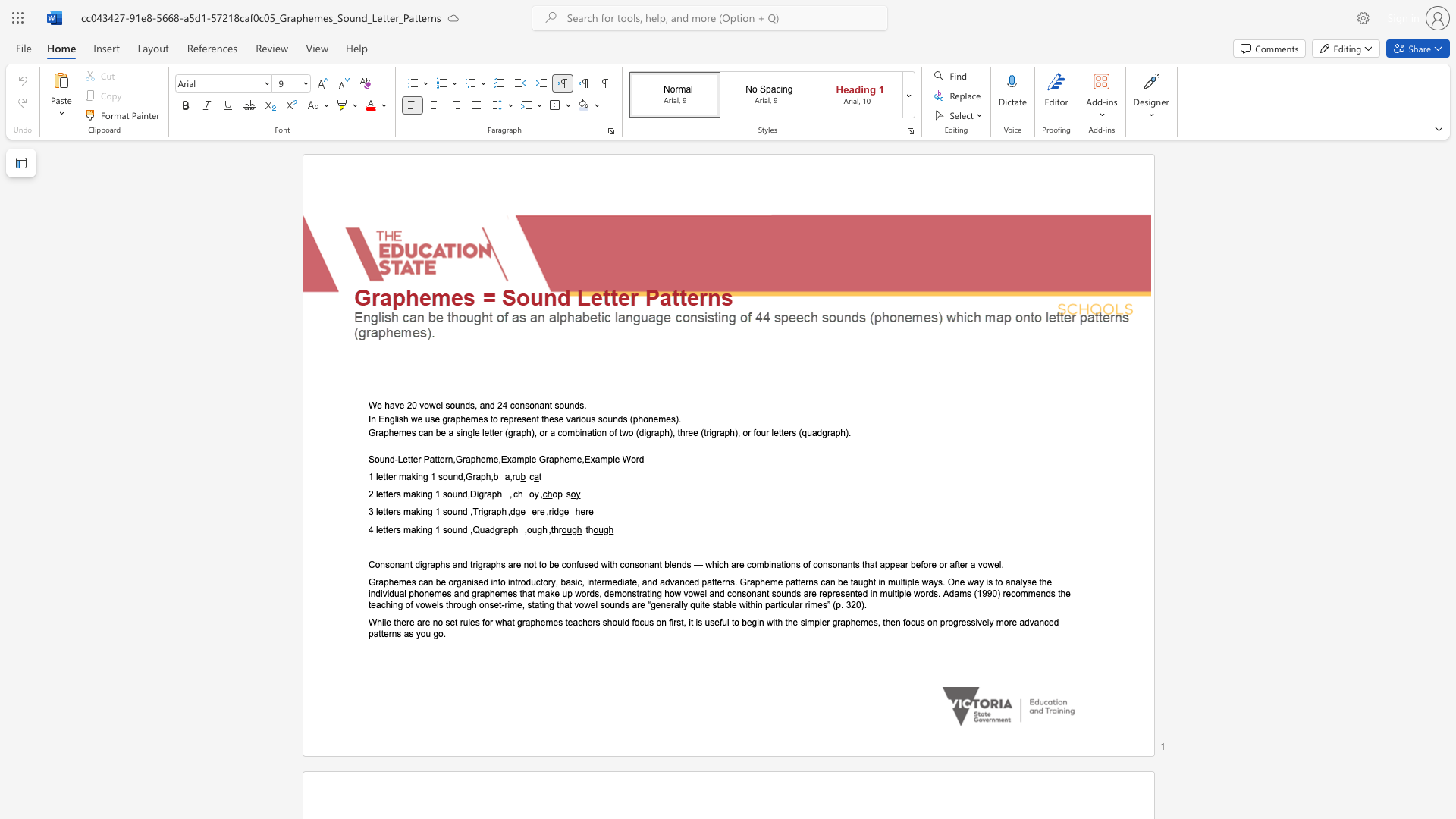 The width and height of the screenshot is (1456, 819). Describe the element at coordinates (492, 529) in the screenshot. I see `the 2th character "d" in the text` at that location.